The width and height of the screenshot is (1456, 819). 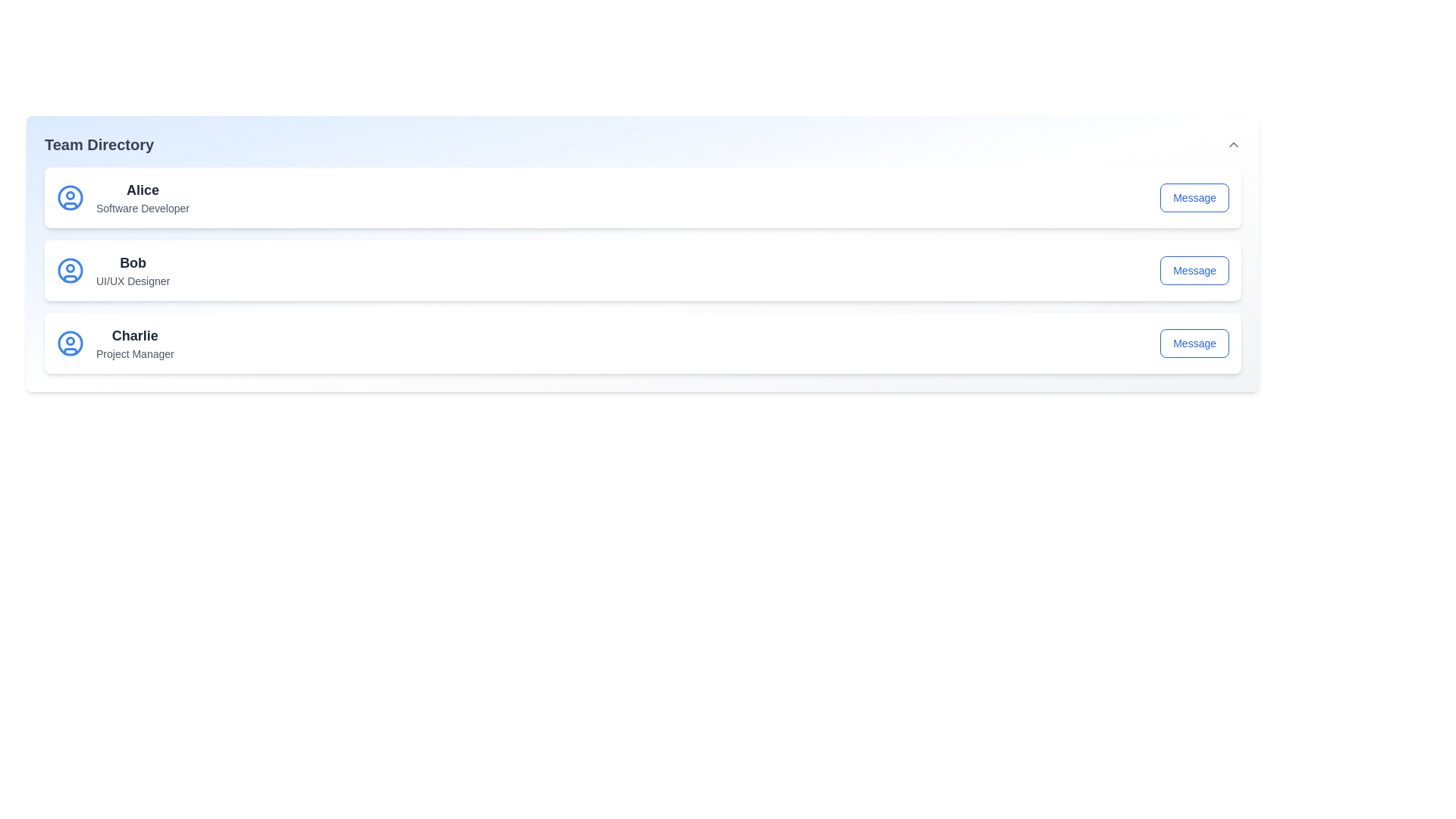 What do you see at coordinates (69, 197) in the screenshot?
I see `the Avatar Icon, which is a circular profile icon with a blue outline, located to the left of the name 'Alice' and above the description 'Software Developer'` at bounding box center [69, 197].